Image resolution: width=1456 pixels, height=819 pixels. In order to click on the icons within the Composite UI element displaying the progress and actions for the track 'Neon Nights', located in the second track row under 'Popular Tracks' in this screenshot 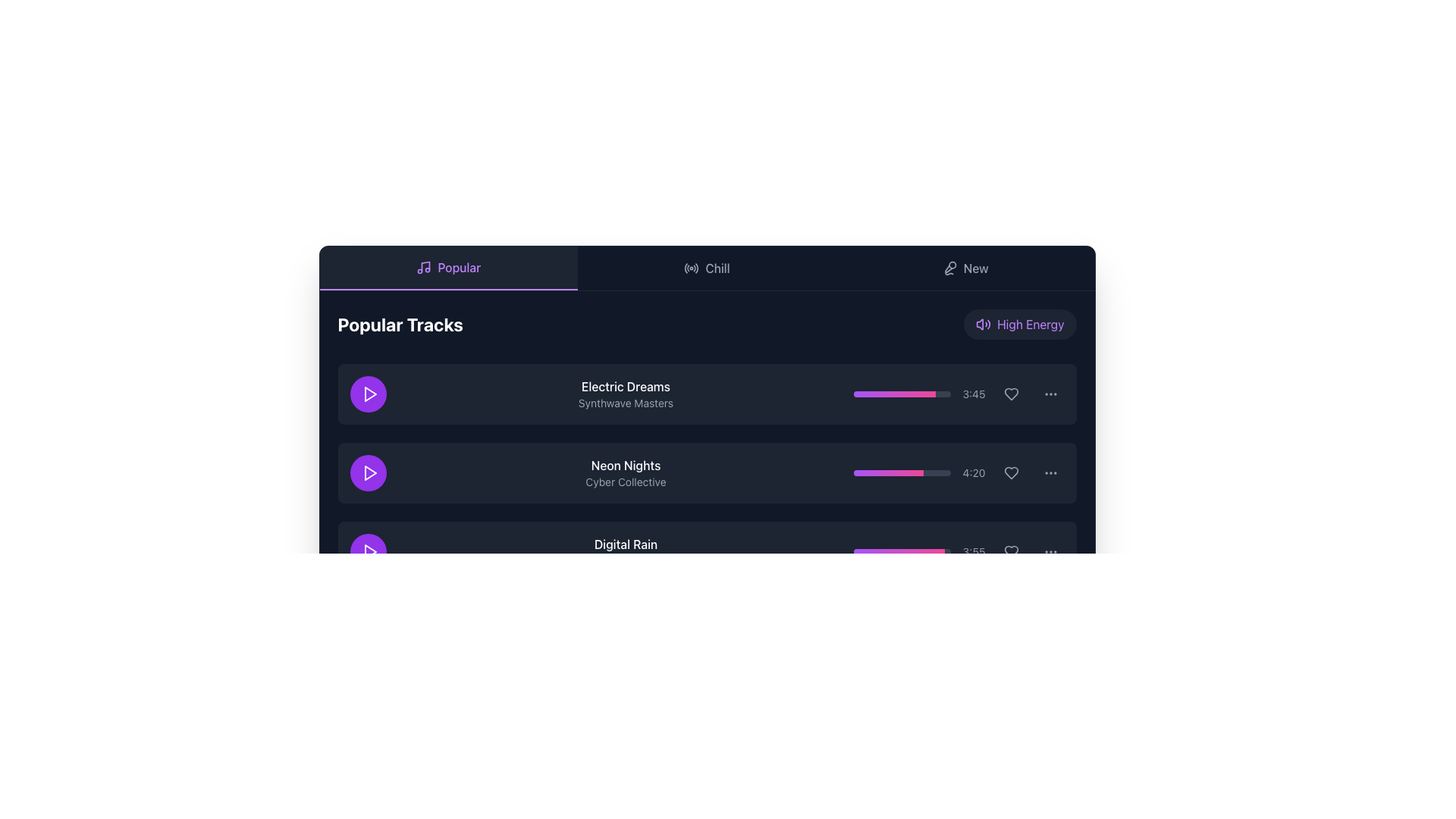, I will do `click(958, 472)`.